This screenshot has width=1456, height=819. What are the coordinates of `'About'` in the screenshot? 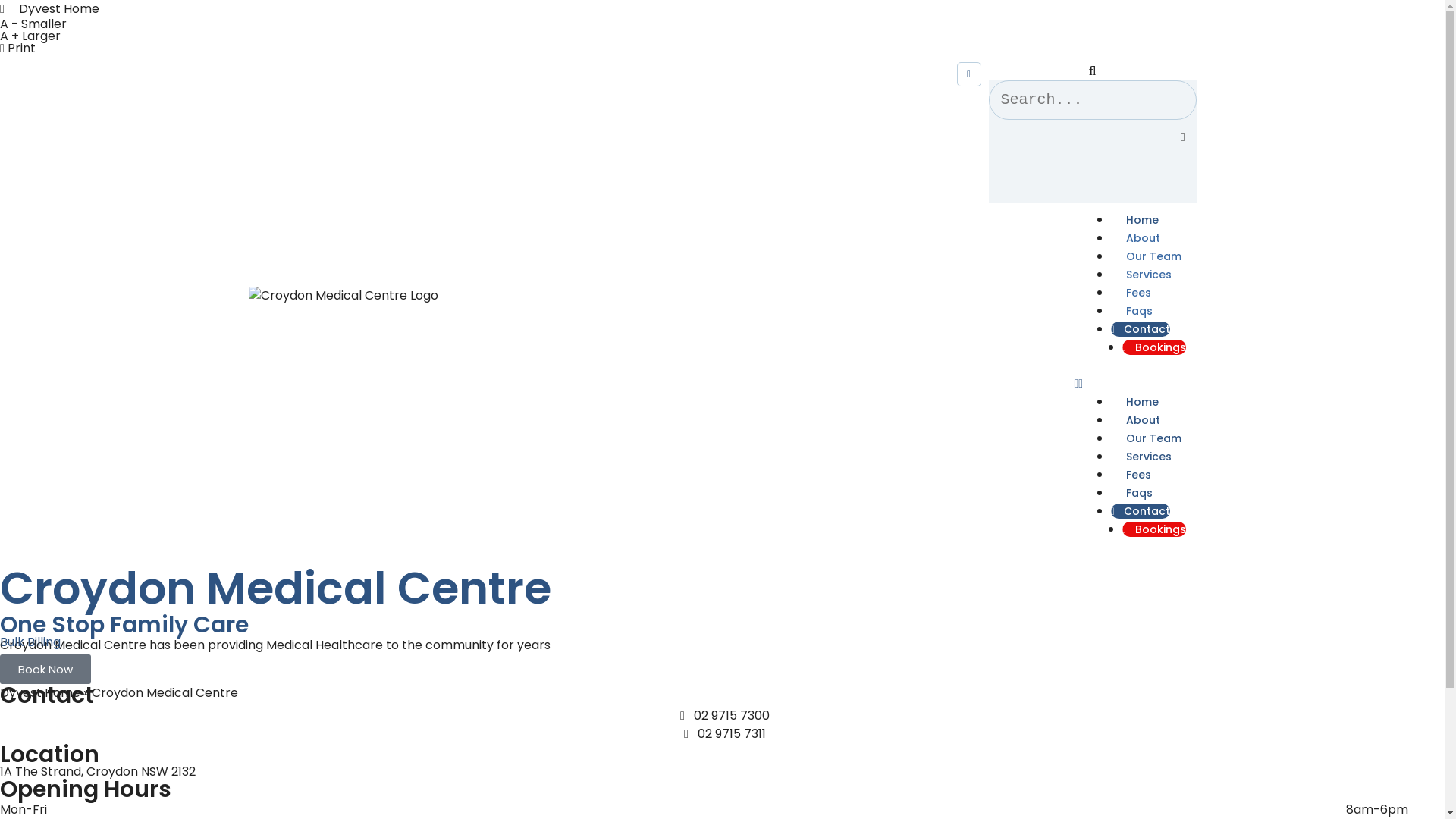 It's located at (1142, 239).